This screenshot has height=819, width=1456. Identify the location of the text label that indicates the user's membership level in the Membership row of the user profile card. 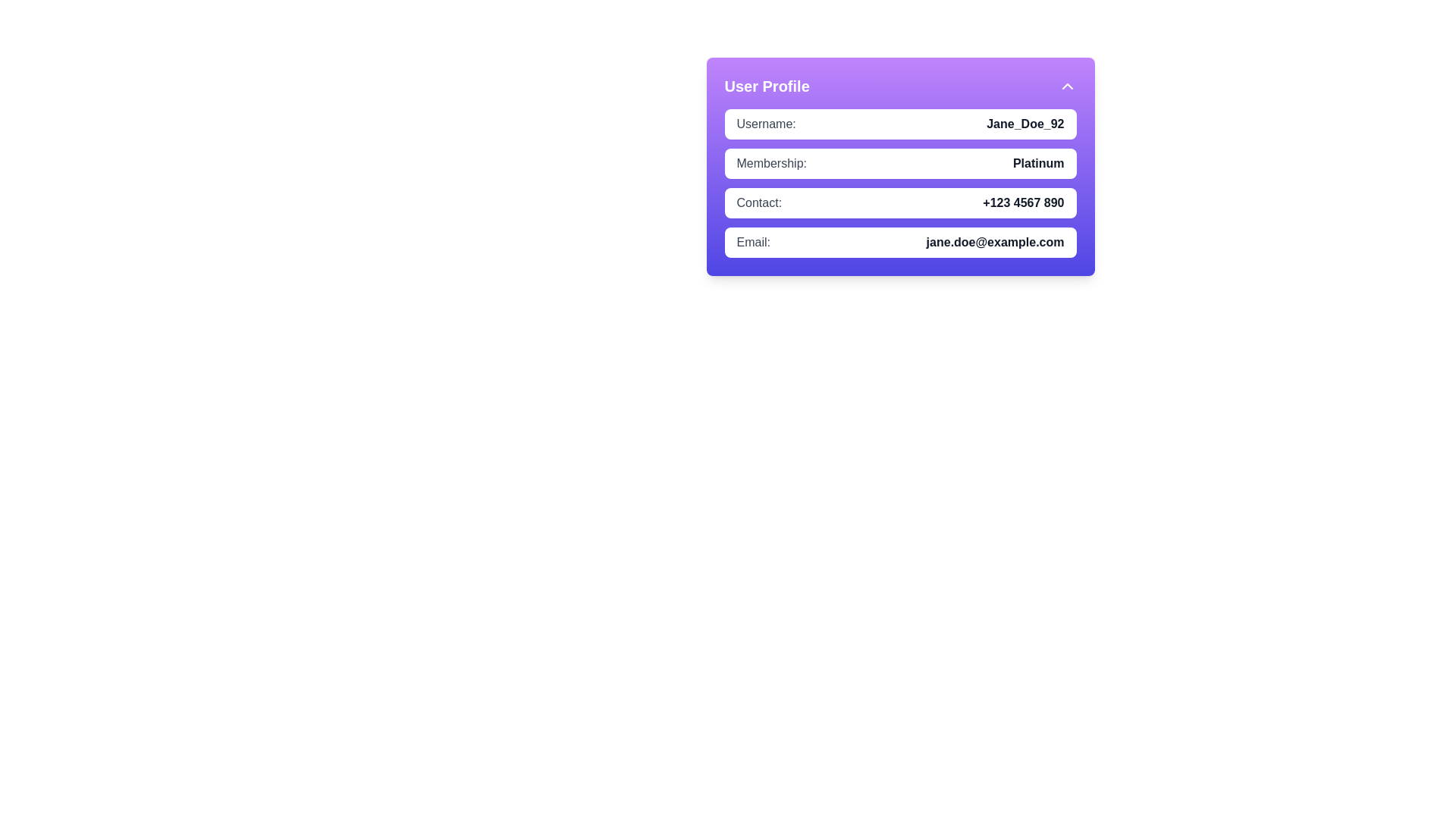
(771, 164).